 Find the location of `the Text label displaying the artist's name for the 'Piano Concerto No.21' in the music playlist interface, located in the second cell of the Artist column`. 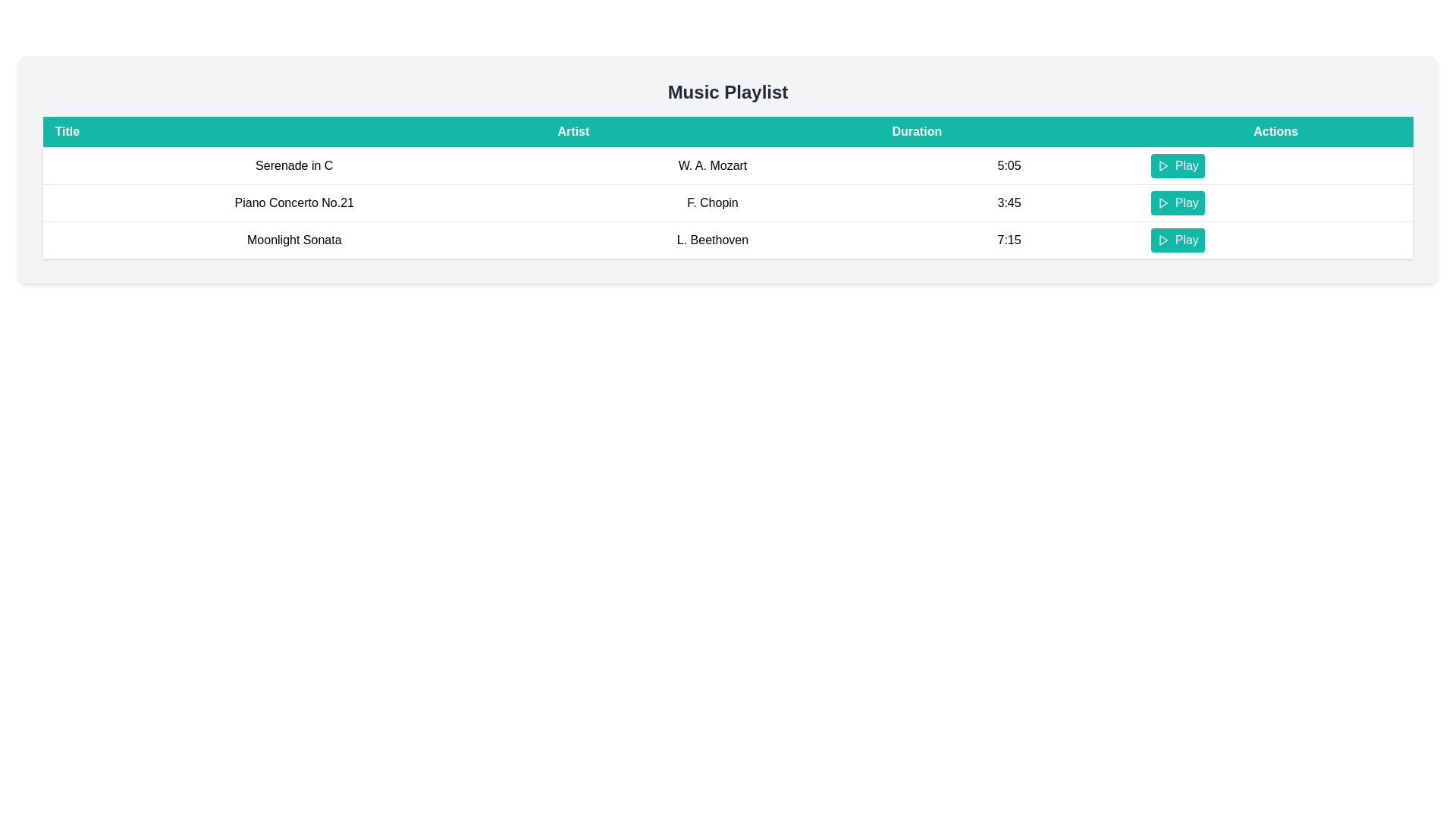

the Text label displaying the artist's name for the 'Piano Concerto No.21' in the music playlist interface, located in the second cell of the Artist column is located at coordinates (712, 202).